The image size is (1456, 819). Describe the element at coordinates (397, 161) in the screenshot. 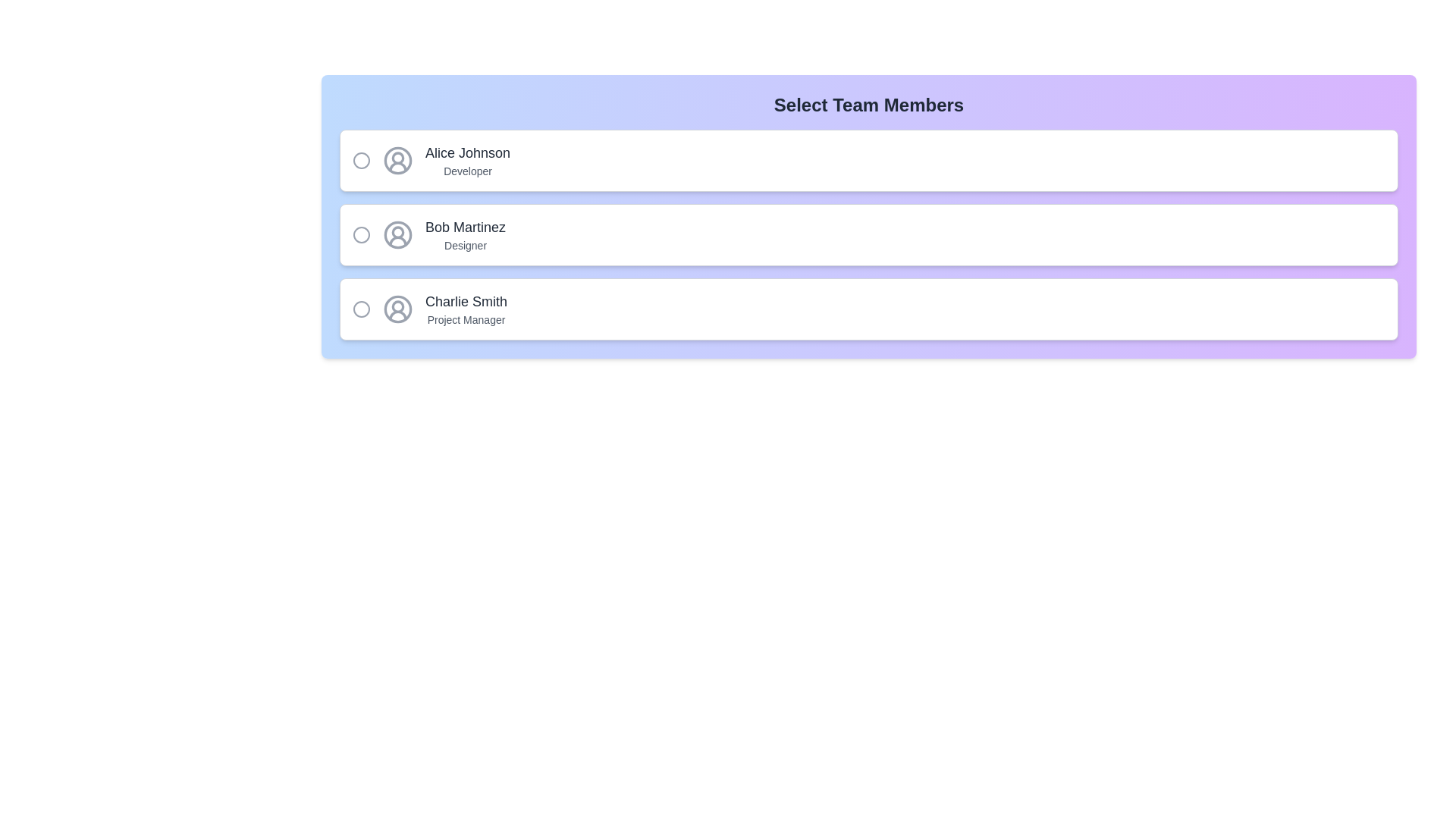

I see `the circular user profile icon for 'Alice Johnson, Developer', which is located to the left of the text content` at that location.